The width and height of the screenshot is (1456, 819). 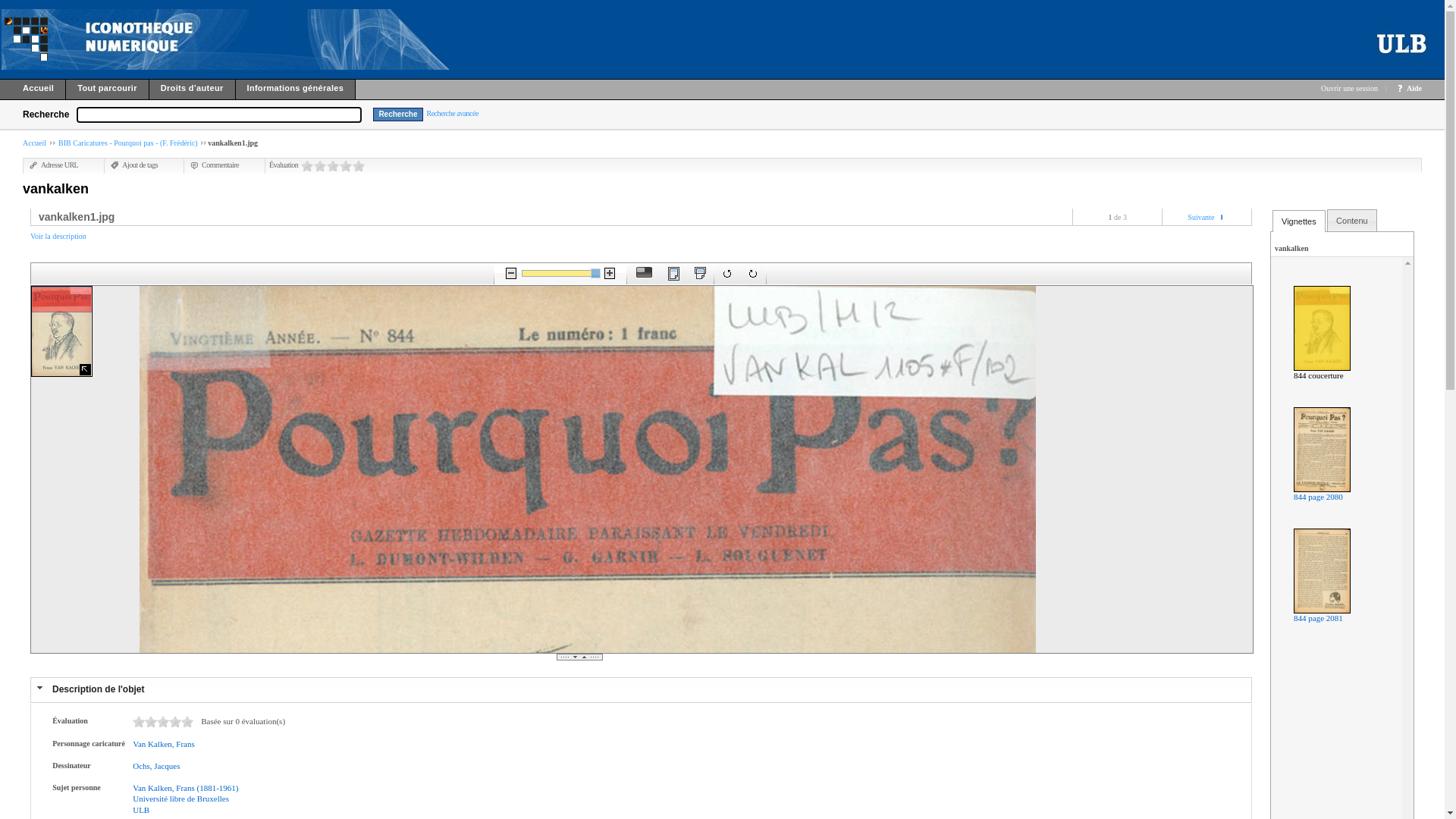 I want to click on 'Contenu', so click(x=1351, y=220).